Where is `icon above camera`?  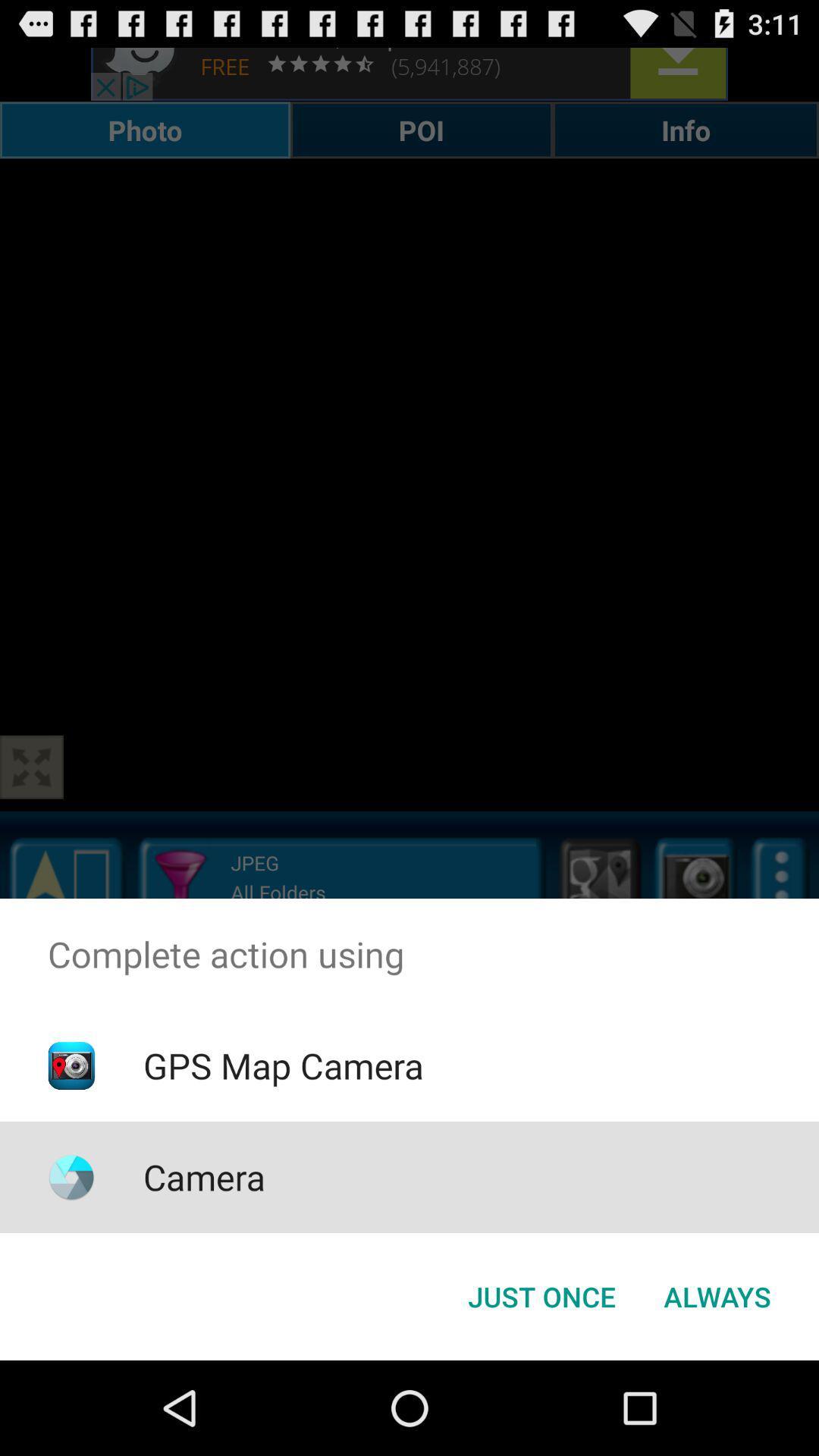
icon above camera is located at coordinates (283, 1065).